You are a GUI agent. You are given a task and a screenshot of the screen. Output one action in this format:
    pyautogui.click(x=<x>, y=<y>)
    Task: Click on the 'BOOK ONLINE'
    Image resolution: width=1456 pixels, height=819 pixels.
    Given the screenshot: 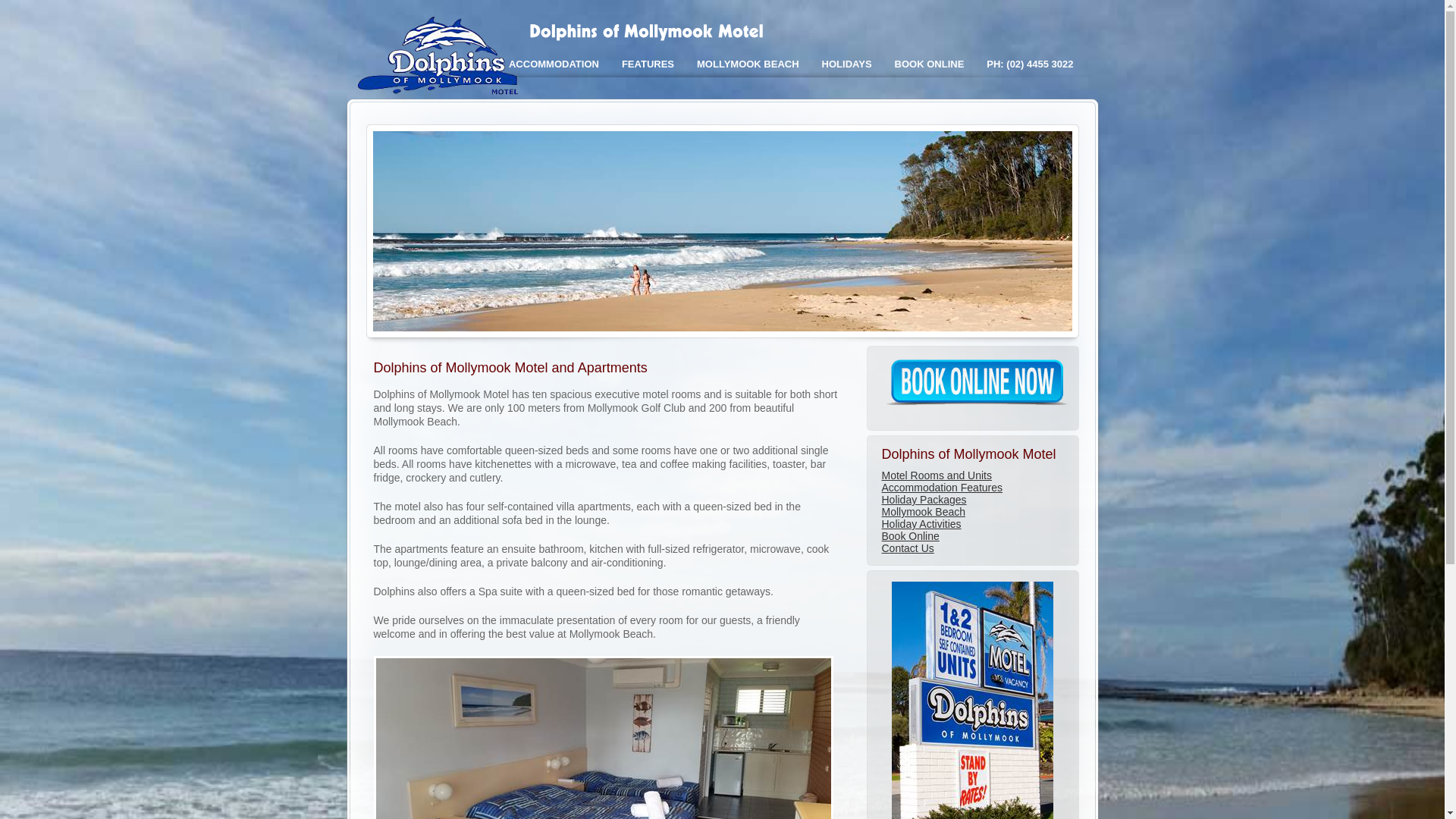 What is the action you would take?
    pyautogui.click(x=928, y=63)
    